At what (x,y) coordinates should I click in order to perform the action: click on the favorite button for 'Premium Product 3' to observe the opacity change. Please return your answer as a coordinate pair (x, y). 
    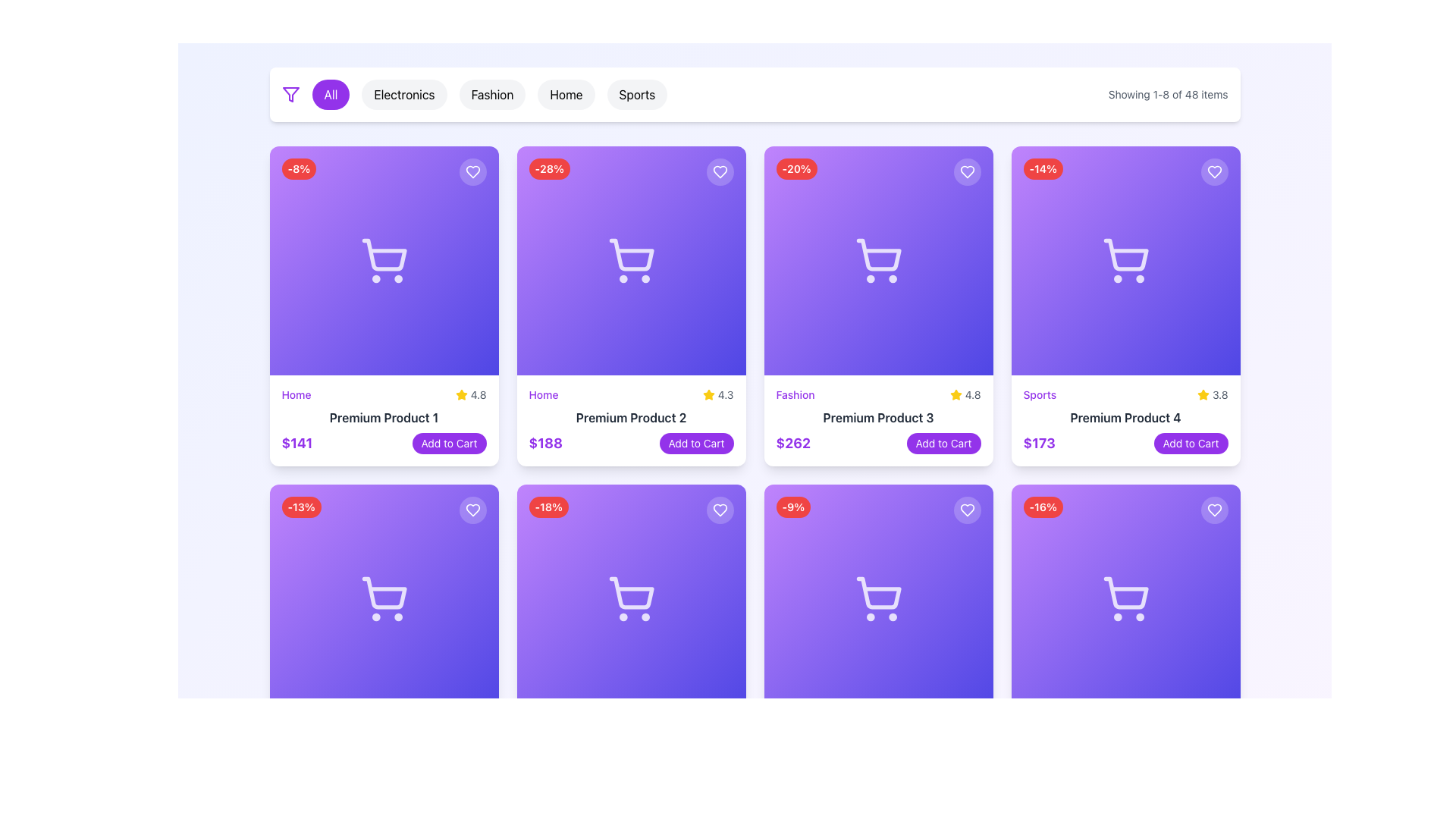
    Looking at the image, I should click on (966, 171).